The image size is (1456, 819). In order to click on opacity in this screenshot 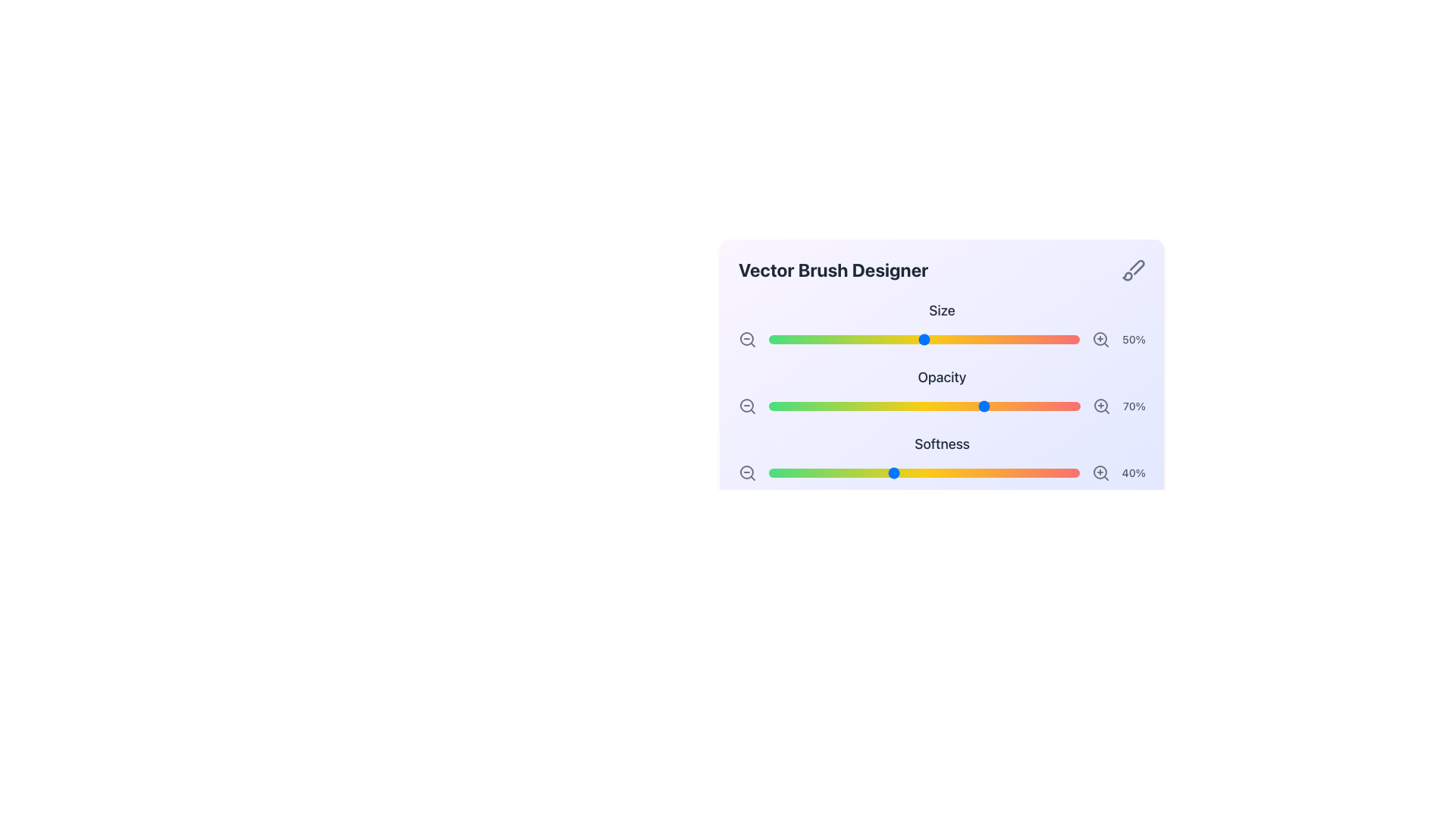, I will do `click(817, 406)`.